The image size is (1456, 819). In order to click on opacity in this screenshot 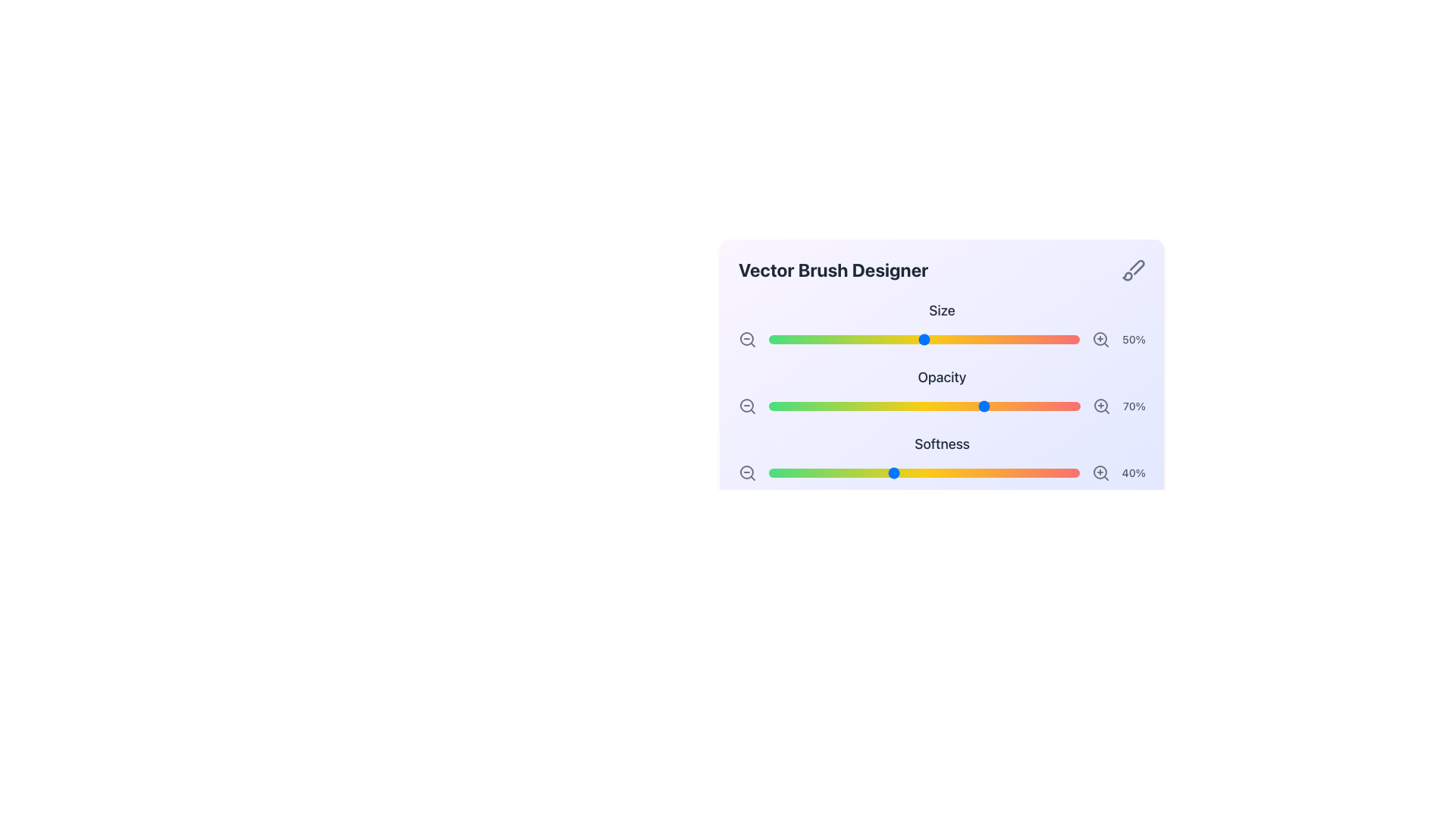, I will do `click(817, 406)`.